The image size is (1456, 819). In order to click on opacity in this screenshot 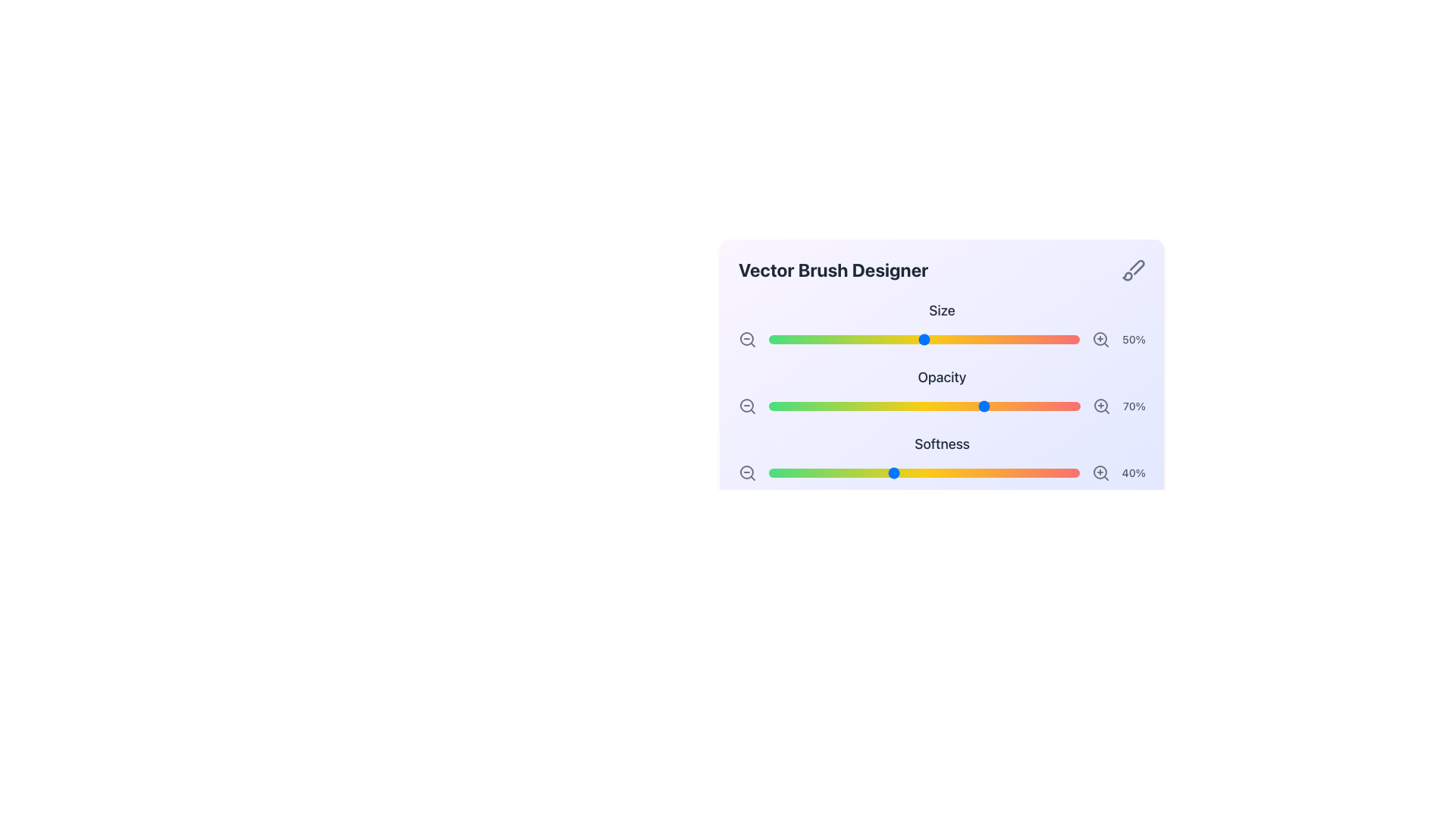, I will do `click(817, 406)`.